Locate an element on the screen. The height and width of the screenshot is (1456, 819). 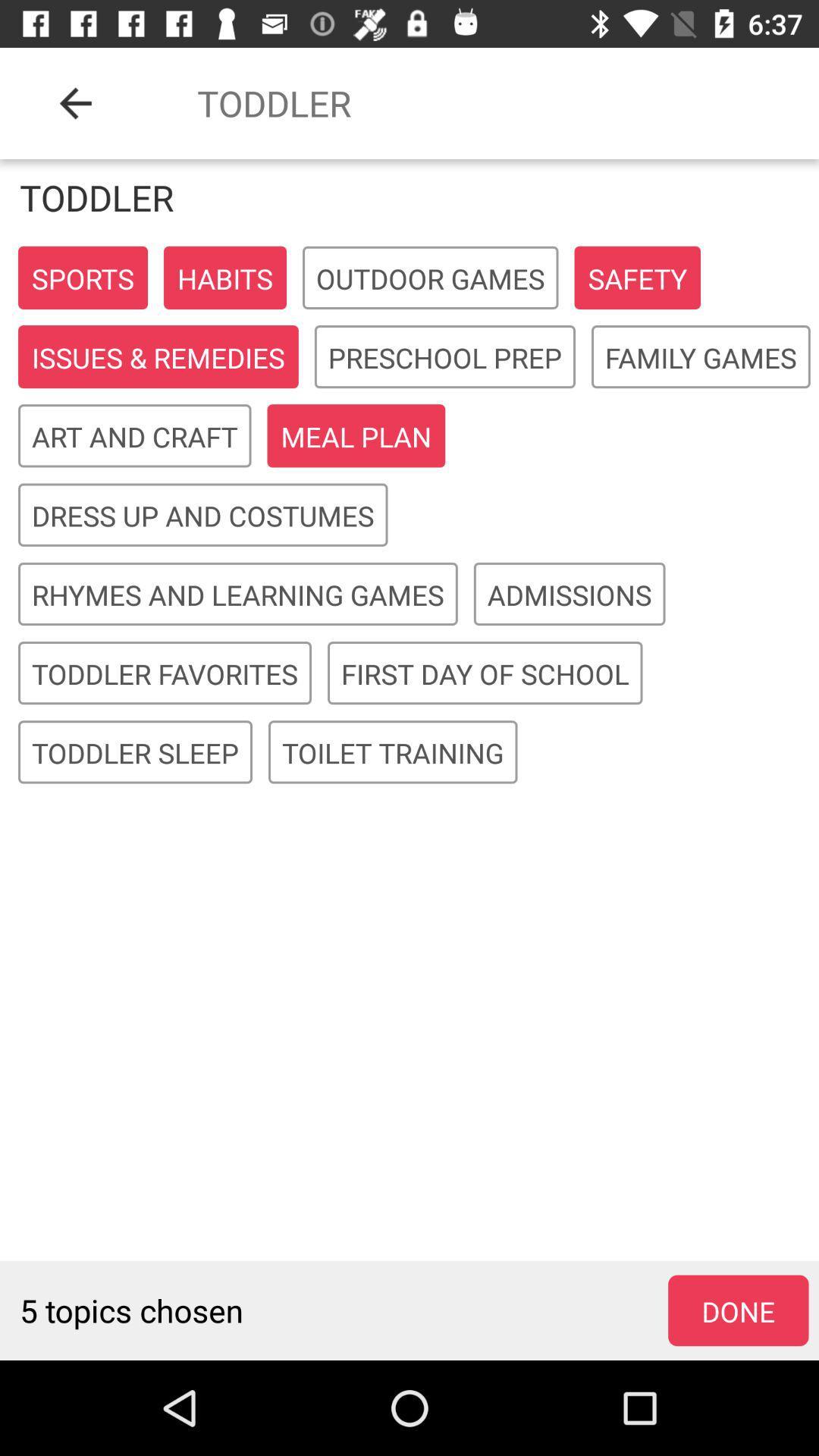
the item above dress up and is located at coordinates (356, 436).